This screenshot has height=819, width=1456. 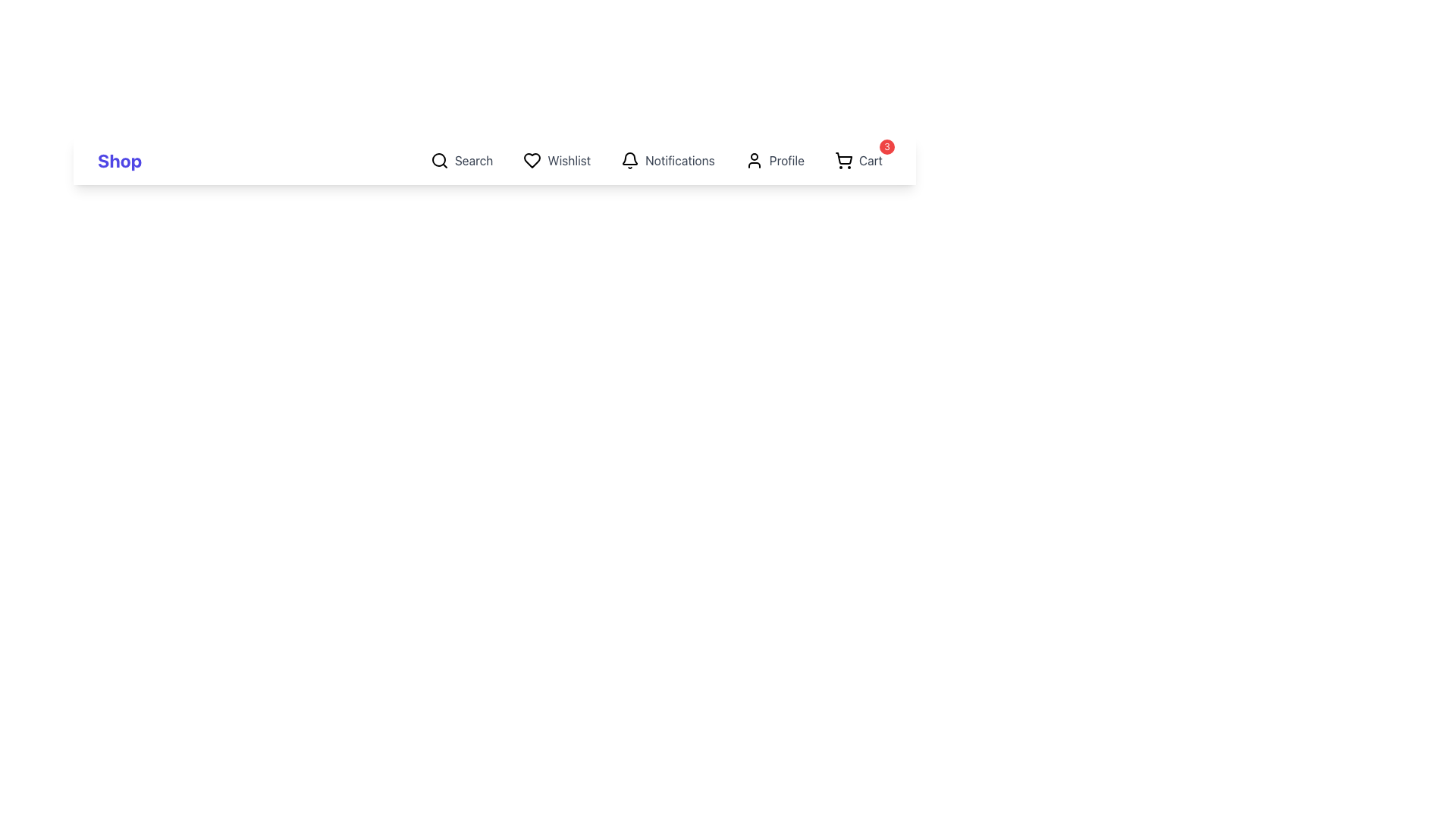 What do you see at coordinates (786, 161) in the screenshot?
I see `the 'Profile' text label in the navigation menu` at bounding box center [786, 161].